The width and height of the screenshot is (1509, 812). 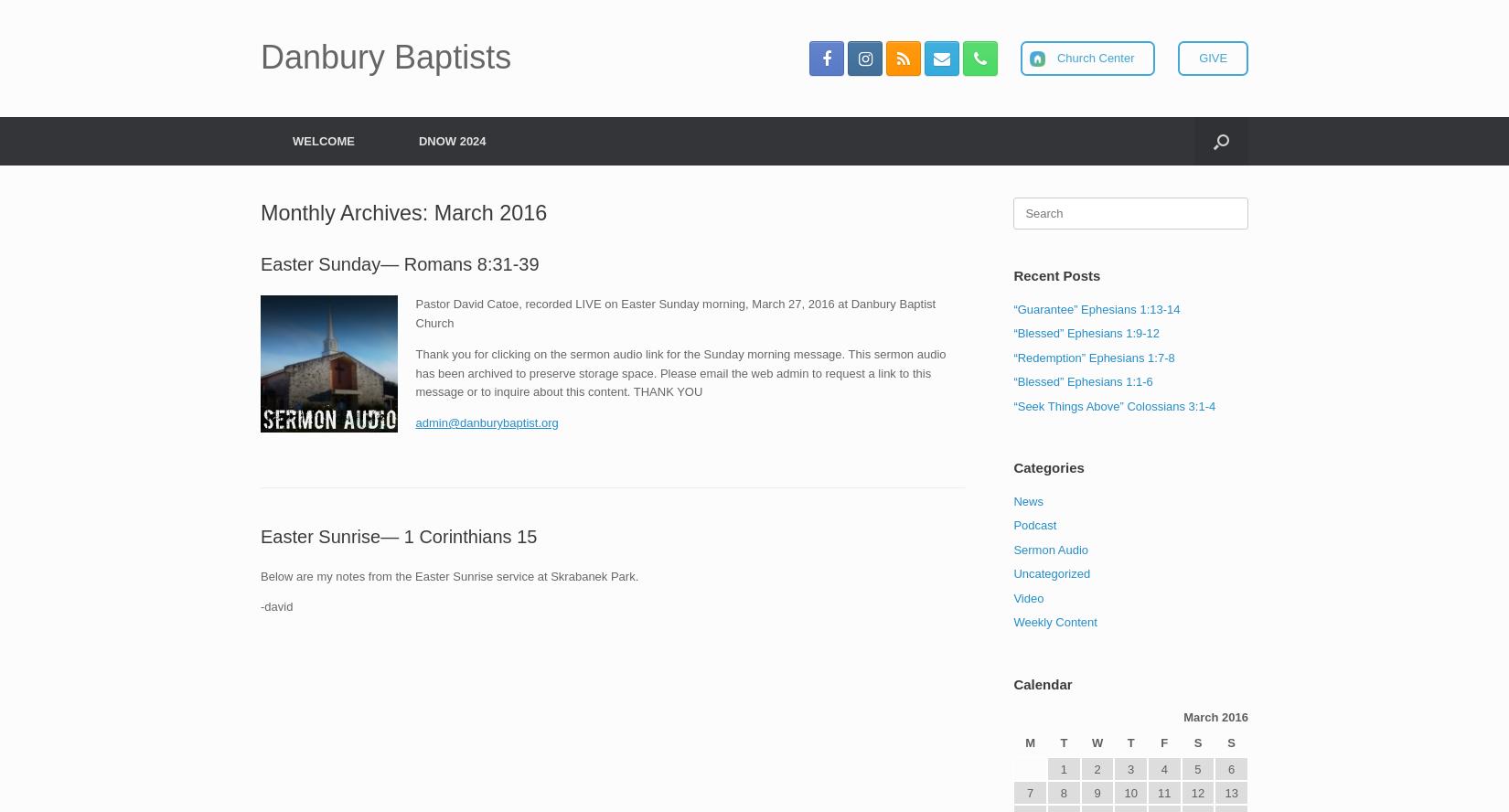 I want to click on 'Sermon Audio', so click(x=500, y=224).